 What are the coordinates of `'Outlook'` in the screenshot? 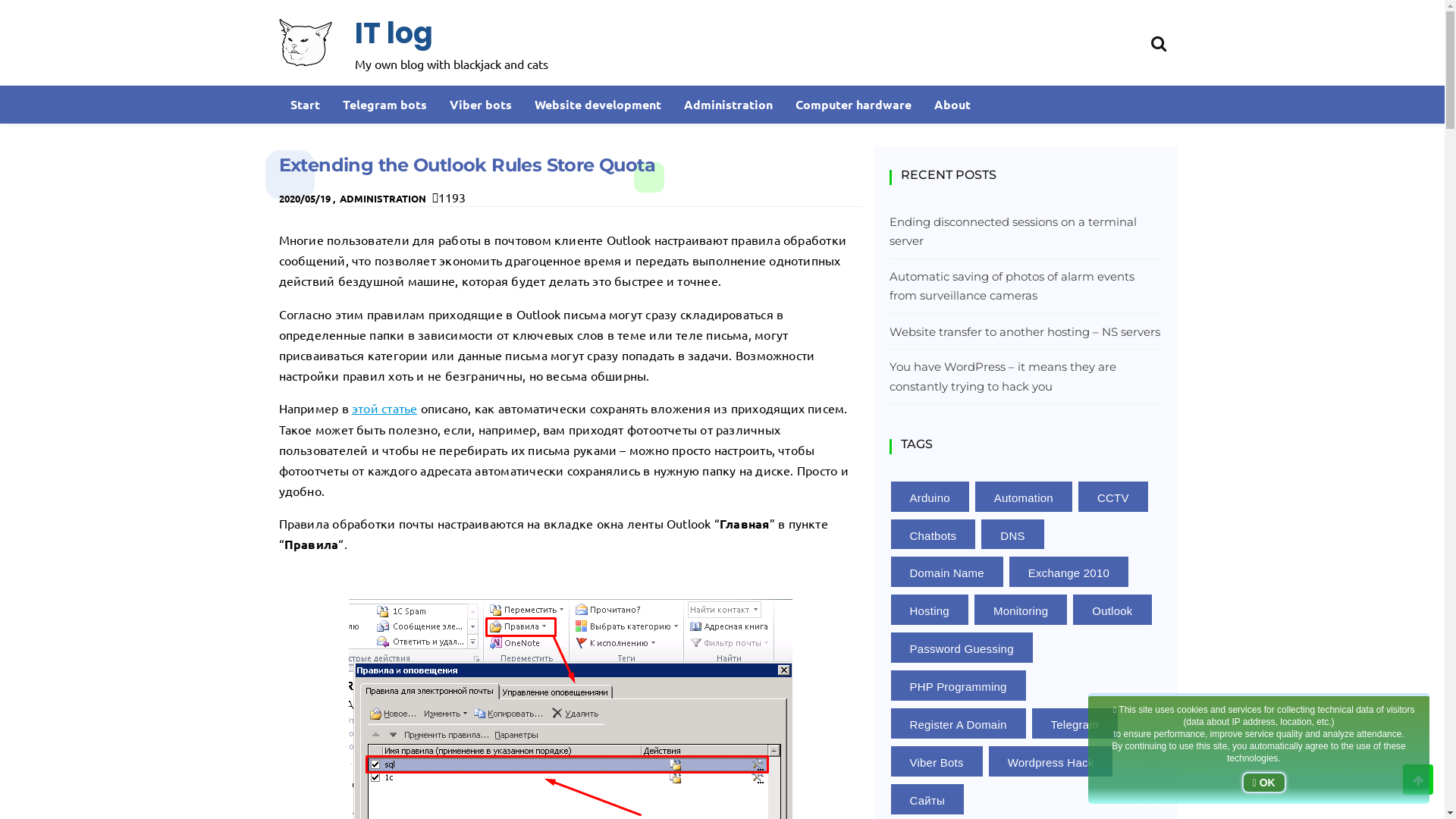 It's located at (1112, 608).